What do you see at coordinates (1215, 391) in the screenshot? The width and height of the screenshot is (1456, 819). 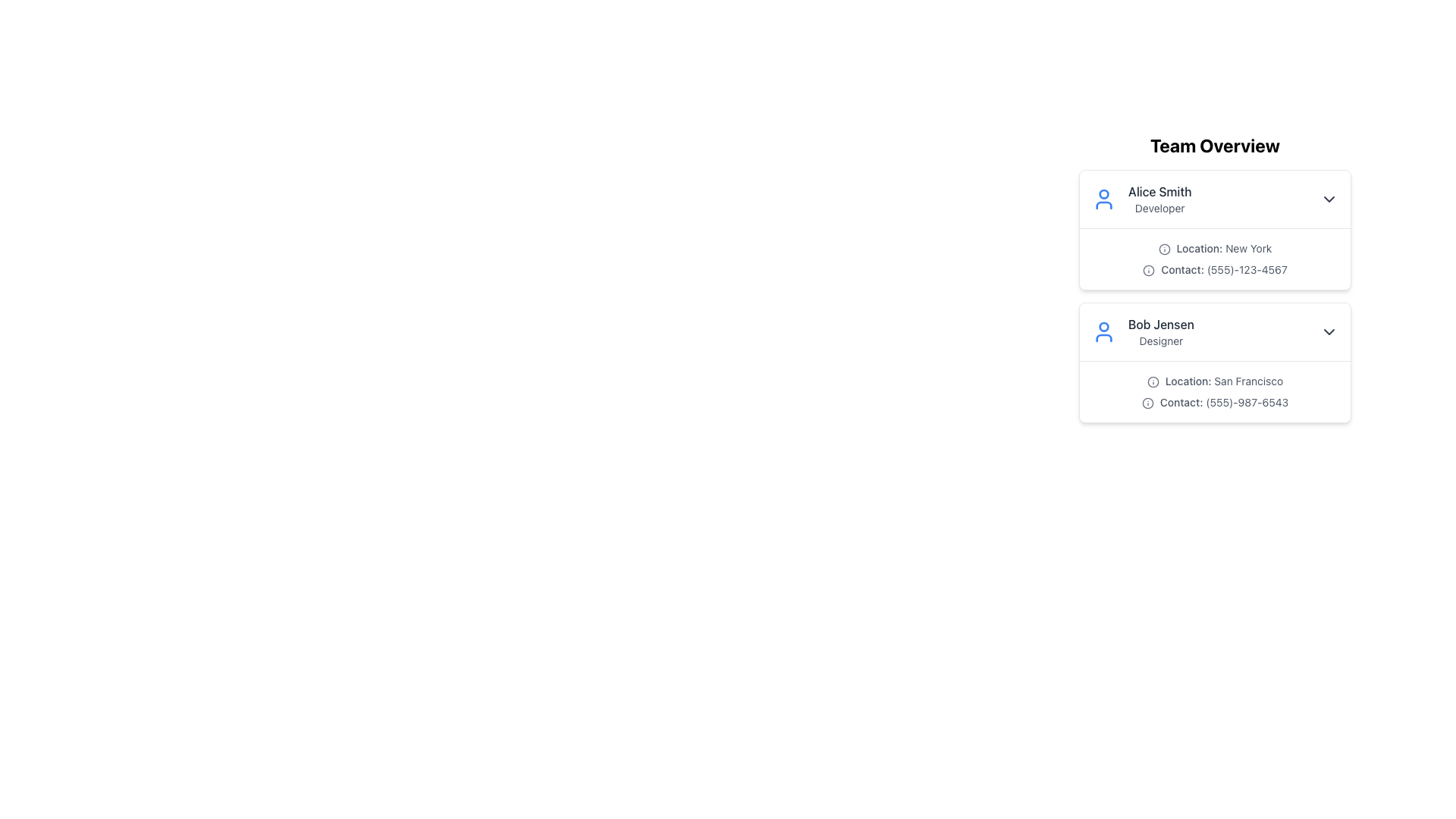 I see `the Informational Text Block containing the details 'Location: San Francisco' and 'Contact: (555)-987-6543', styled with light gray text within a rounded white card under the 'Bob Jensen' section` at bounding box center [1215, 391].